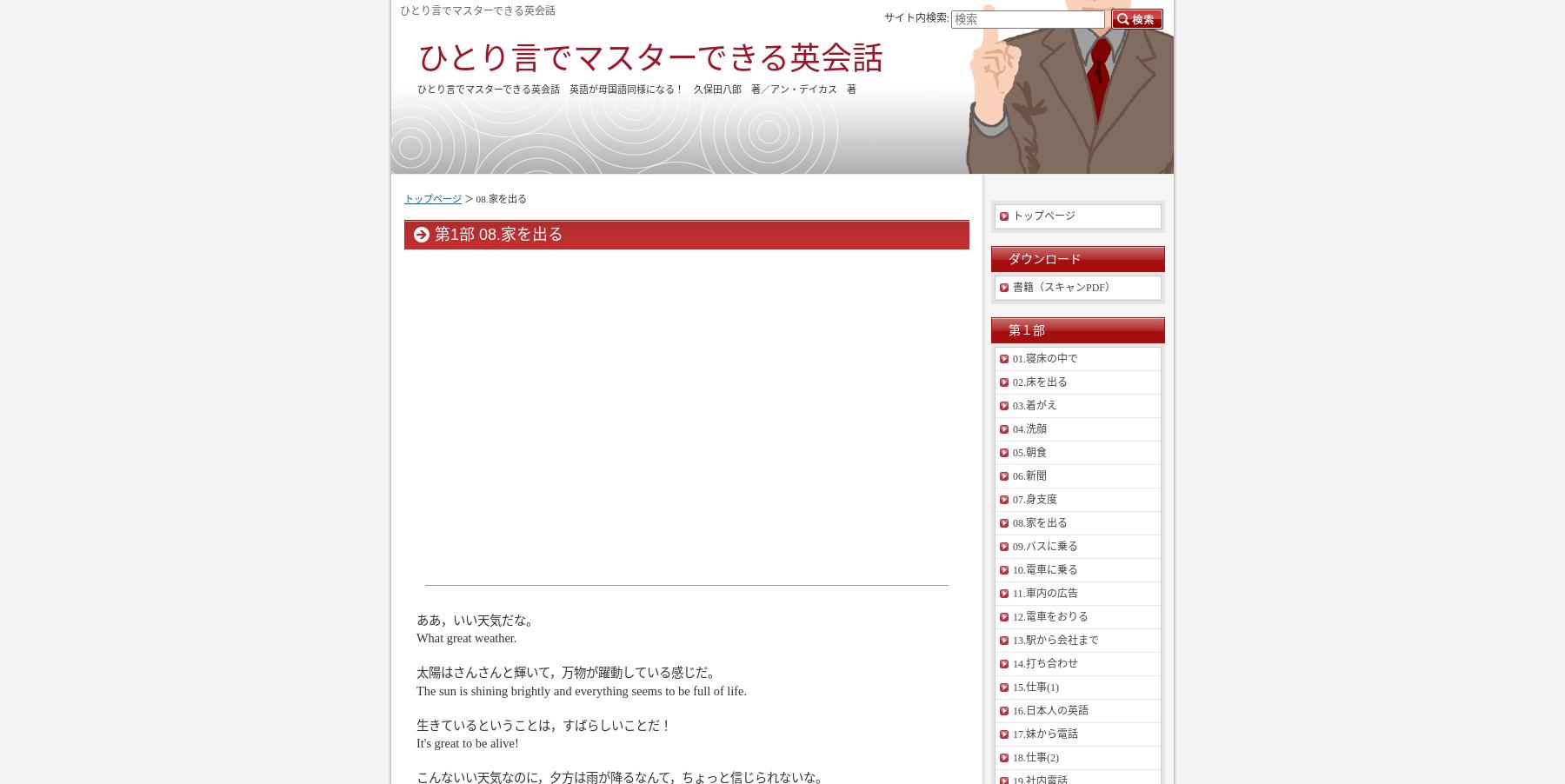 The height and width of the screenshot is (784, 1565). I want to click on '13.駅から会社まで', so click(1055, 641).